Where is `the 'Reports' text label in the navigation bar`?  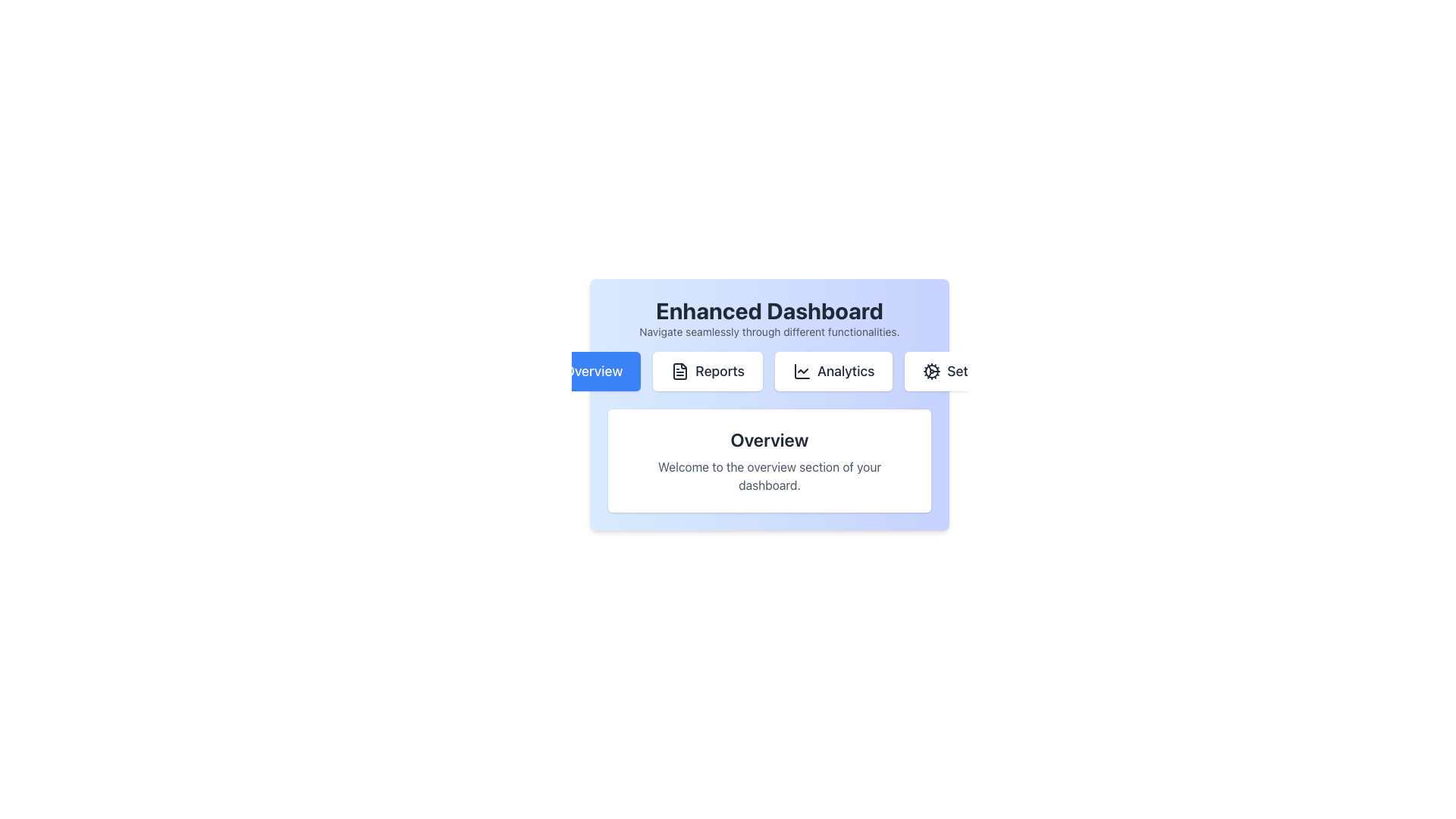
the 'Reports' text label in the navigation bar is located at coordinates (719, 371).